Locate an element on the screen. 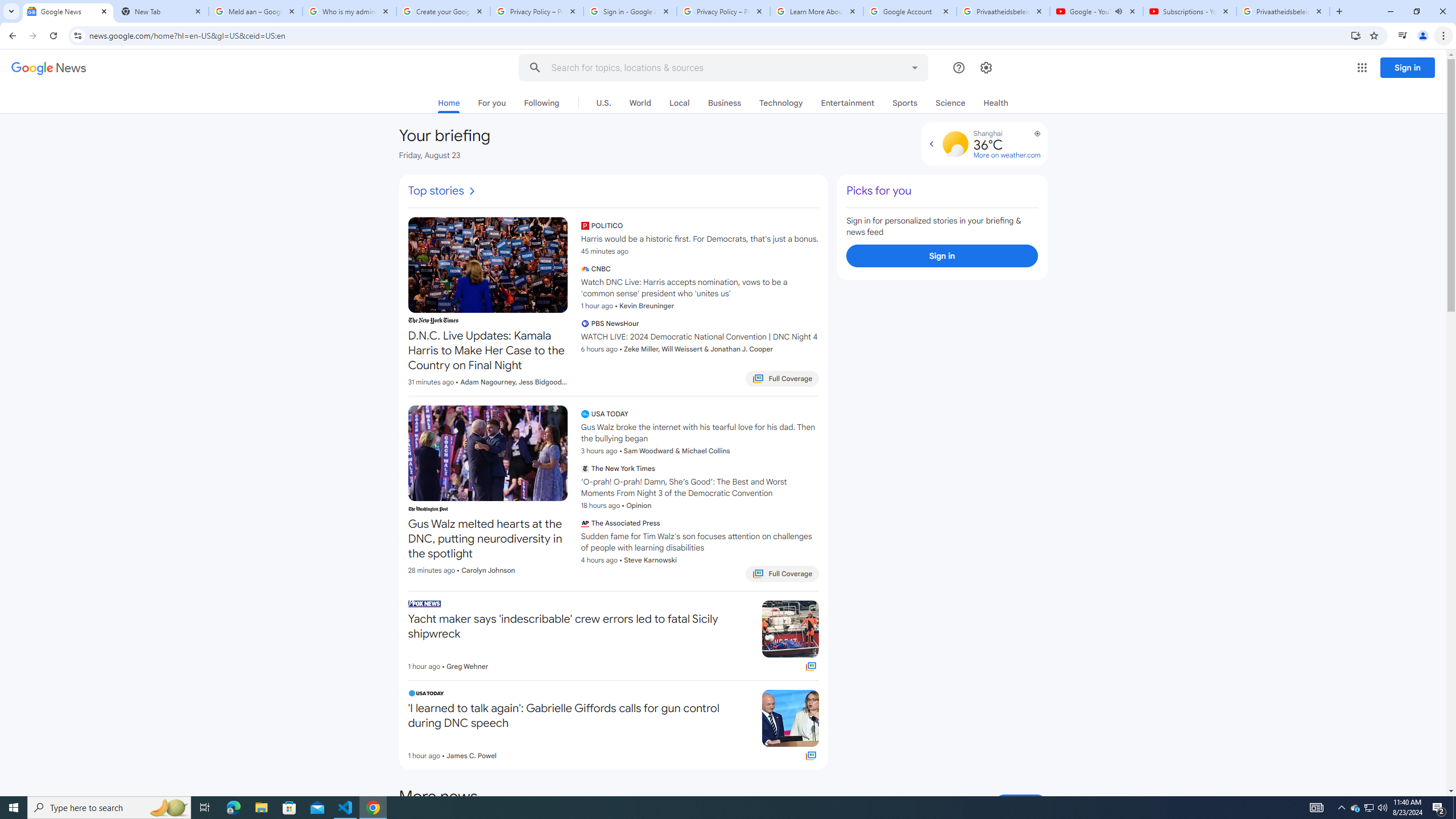  'Subscriptions - YouTube' is located at coordinates (1189, 11).